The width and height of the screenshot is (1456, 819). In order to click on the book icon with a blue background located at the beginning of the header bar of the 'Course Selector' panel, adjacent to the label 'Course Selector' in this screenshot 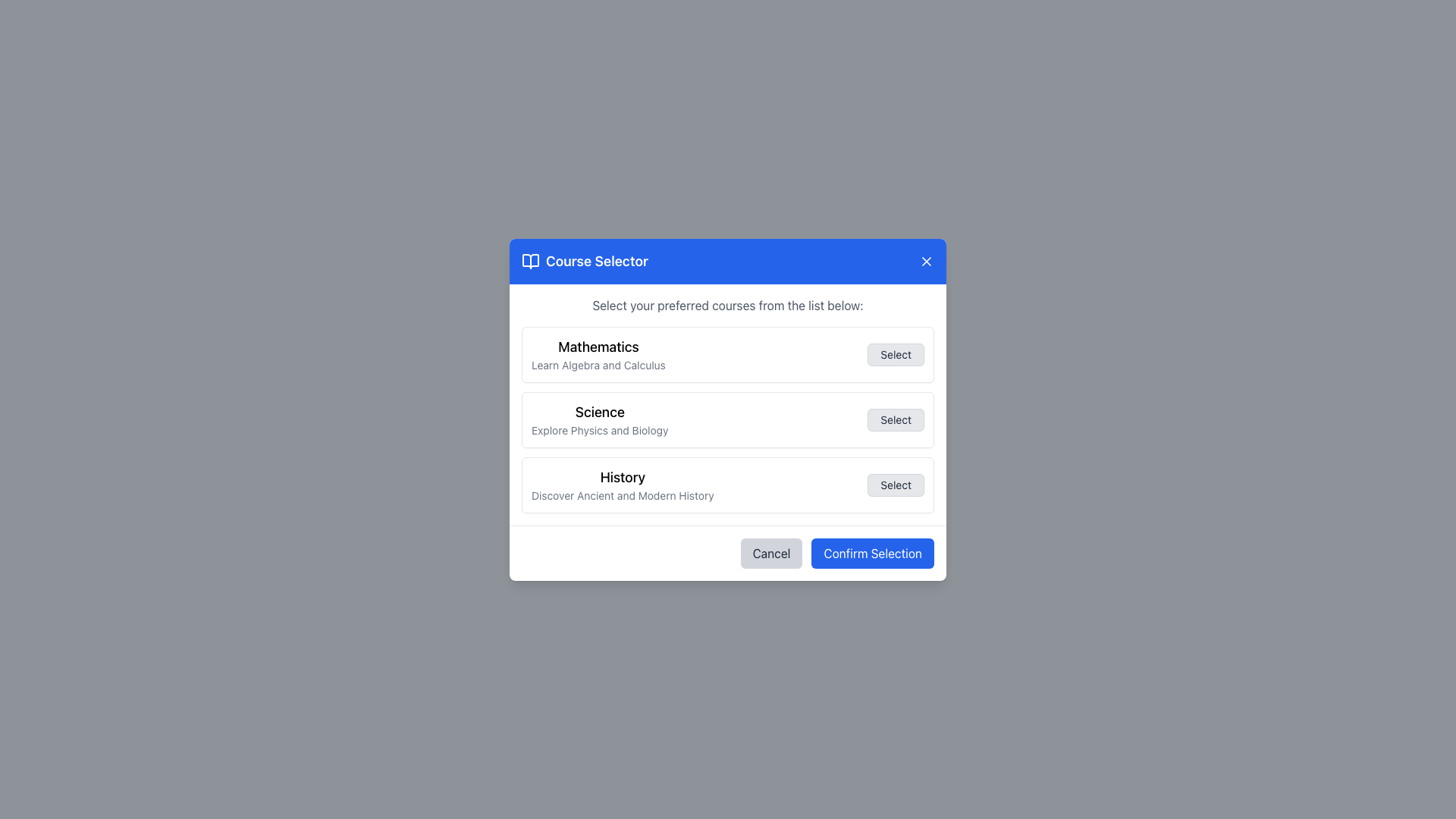, I will do `click(531, 260)`.